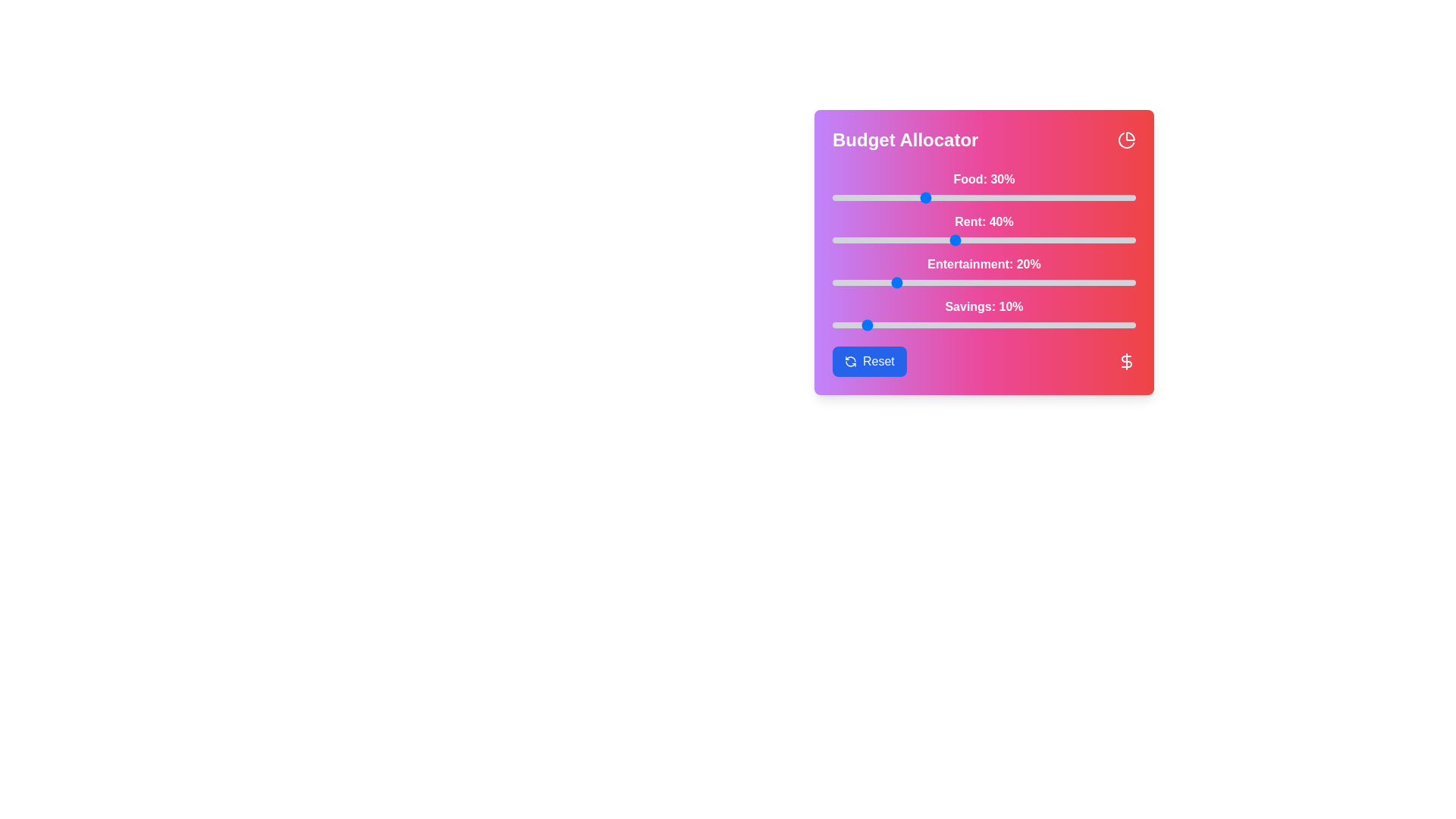 The height and width of the screenshot is (819, 1456). What do you see at coordinates (1127, 362) in the screenshot?
I see `the white dollar sign icon located at the bottom-right corner of the red gradient background panel` at bounding box center [1127, 362].